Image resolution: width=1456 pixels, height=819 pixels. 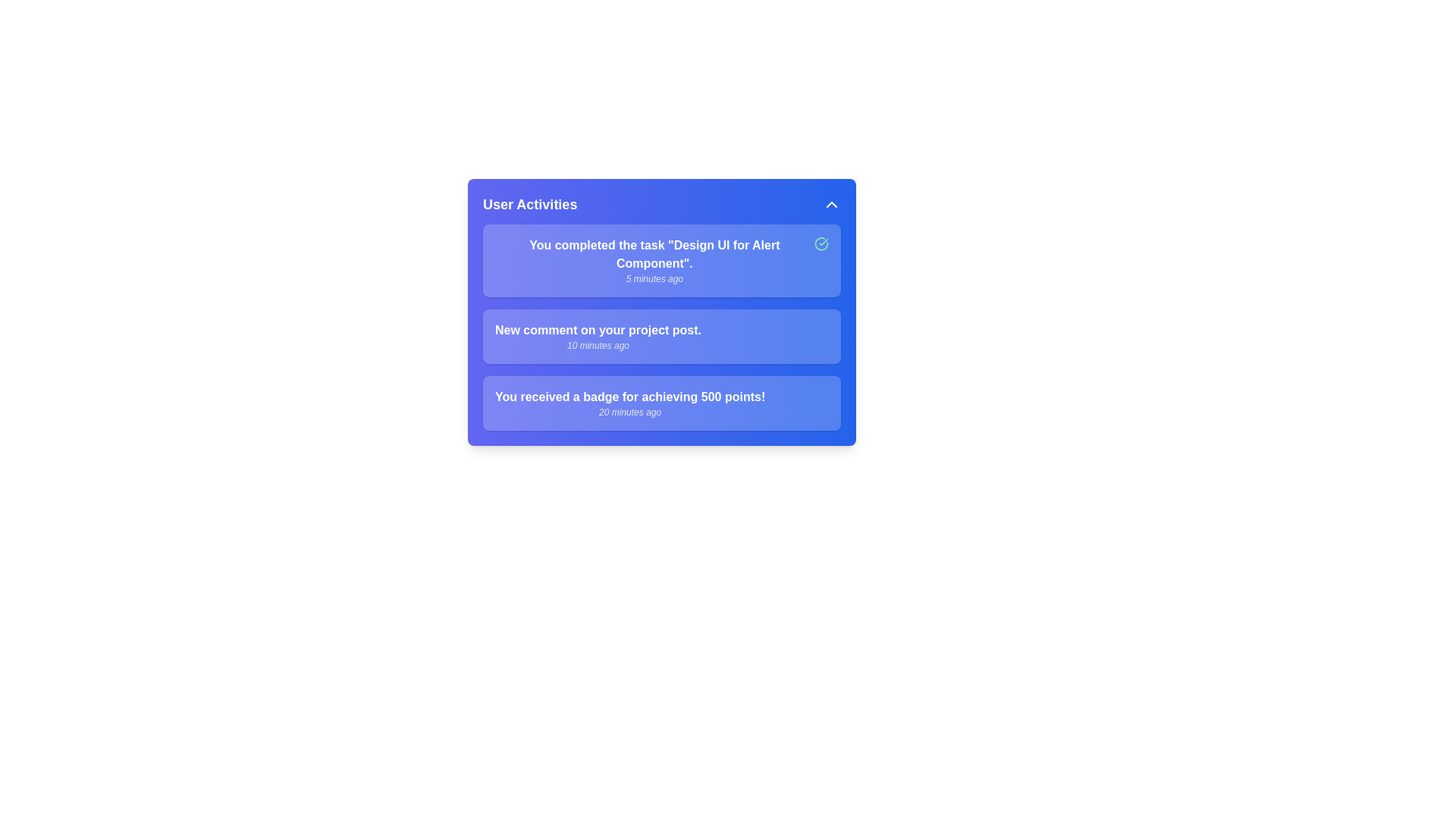 I want to click on the static text label displaying the message 'You received a badge for achieving 500 points!' which is styled with a bold font and white color on a blue background within the User Activities section, so click(x=630, y=397).